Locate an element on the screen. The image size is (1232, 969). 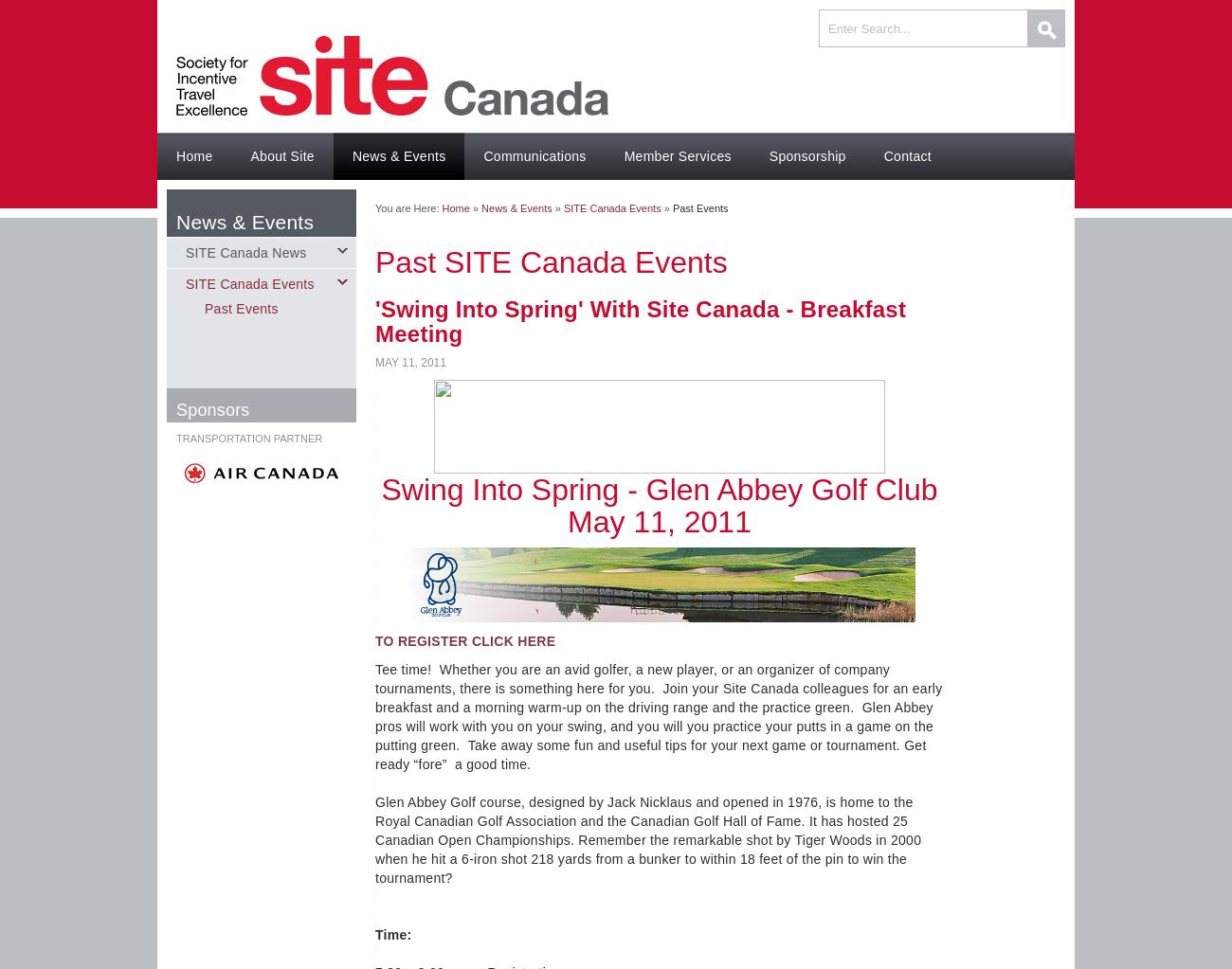
'Sponsors' is located at coordinates (211, 410).